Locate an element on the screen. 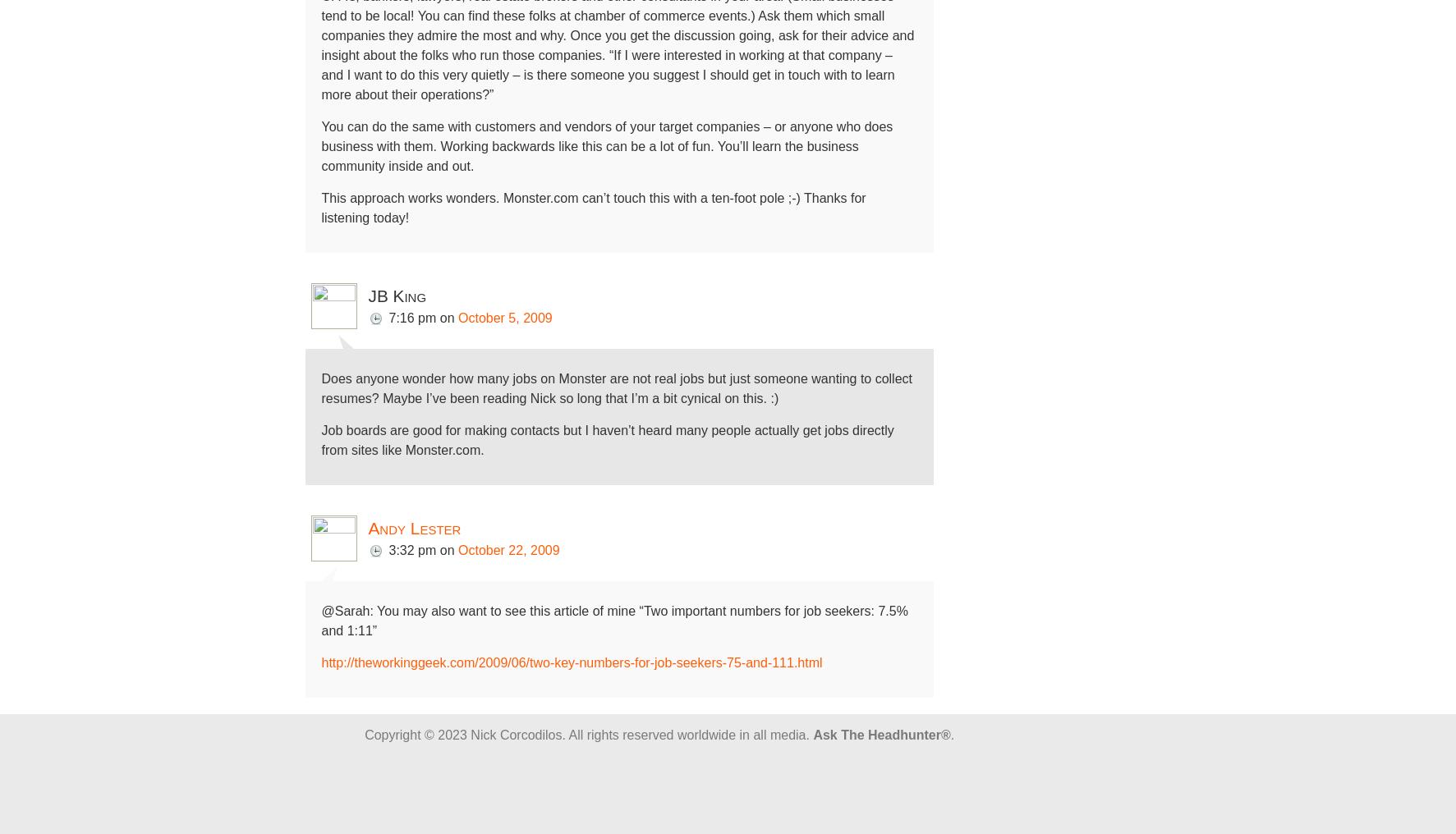 This screenshot has width=1456, height=834. '7:16 pm' is located at coordinates (411, 317).